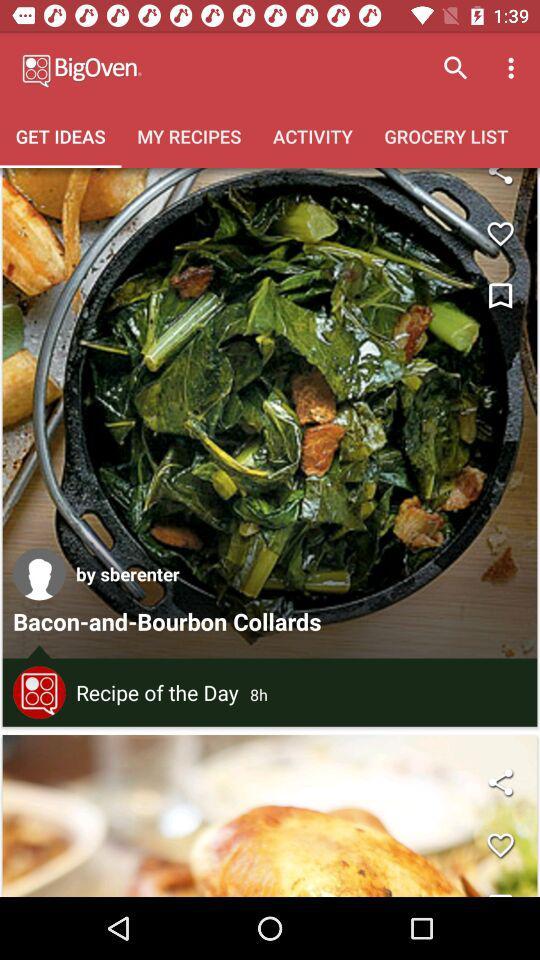  What do you see at coordinates (499, 844) in the screenshot?
I see `it` at bounding box center [499, 844].